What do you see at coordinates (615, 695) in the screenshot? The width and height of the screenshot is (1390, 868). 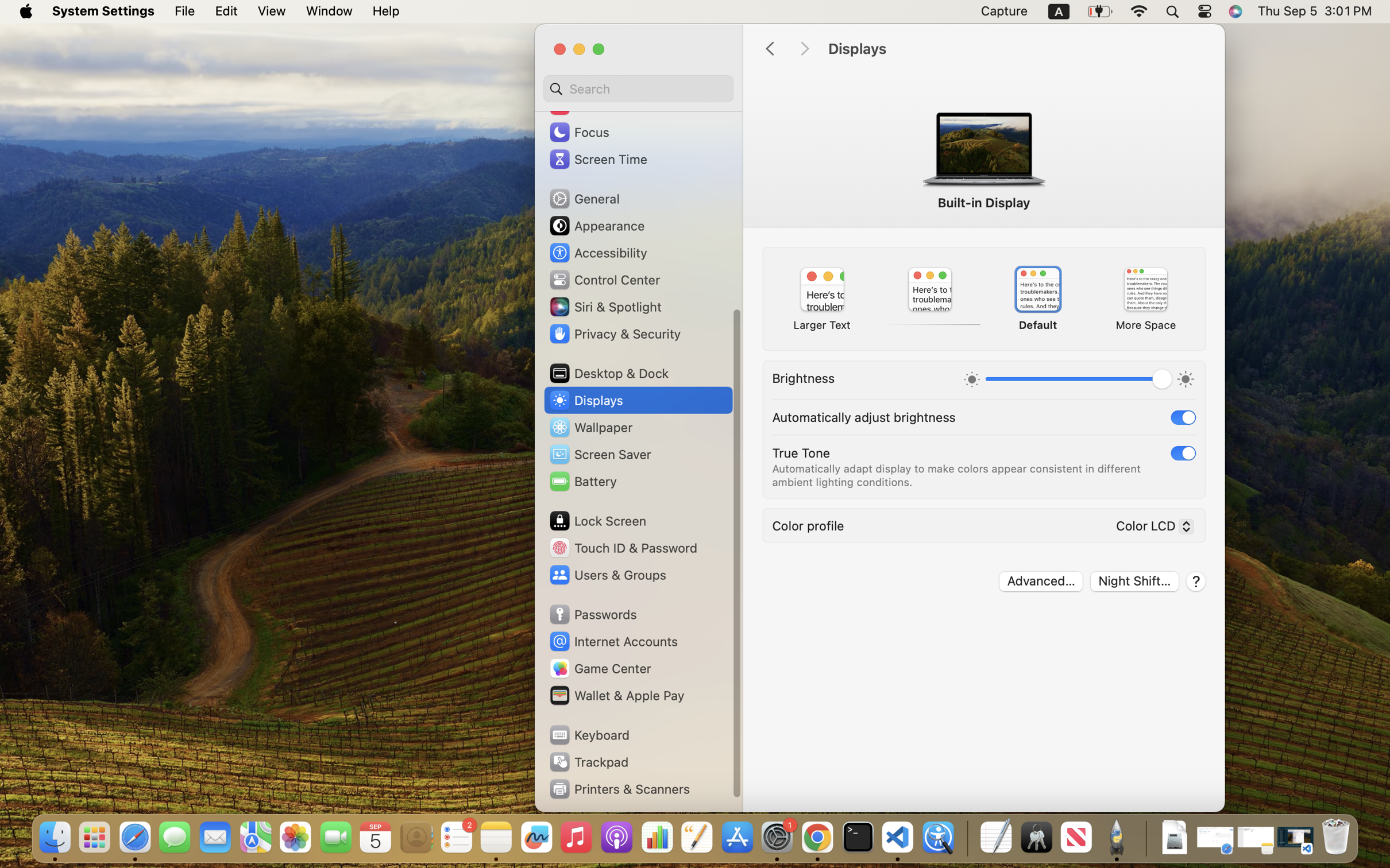 I see `'Wallet & Apple Pay'` at bounding box center [615, 695].